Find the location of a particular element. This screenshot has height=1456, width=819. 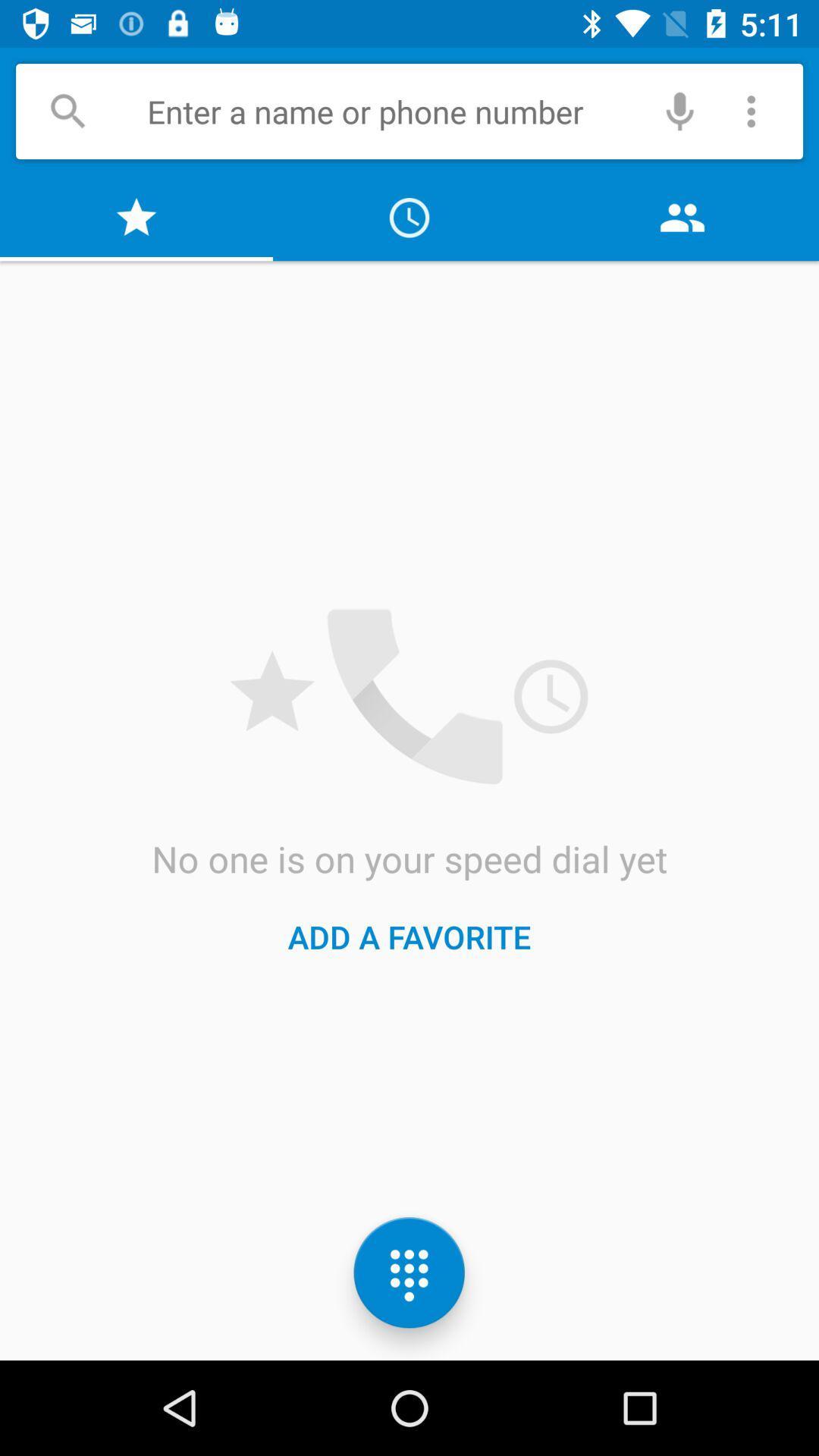

the dialpad icon is located at coordinates (409, 1272).